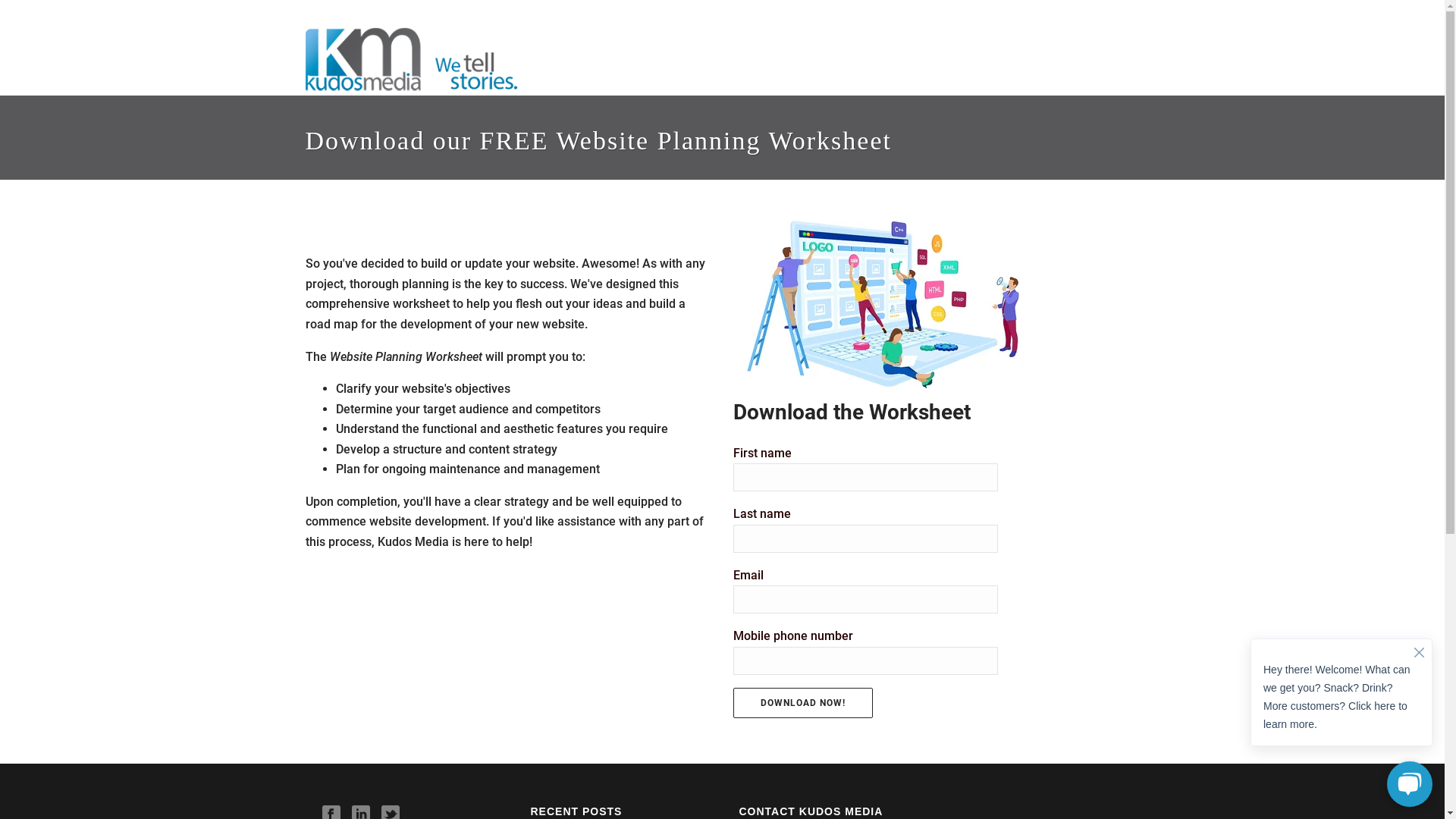 The height and width of the screenshot is (819, 1456). I want to click on 'Kudos Media', so click(304, 59).